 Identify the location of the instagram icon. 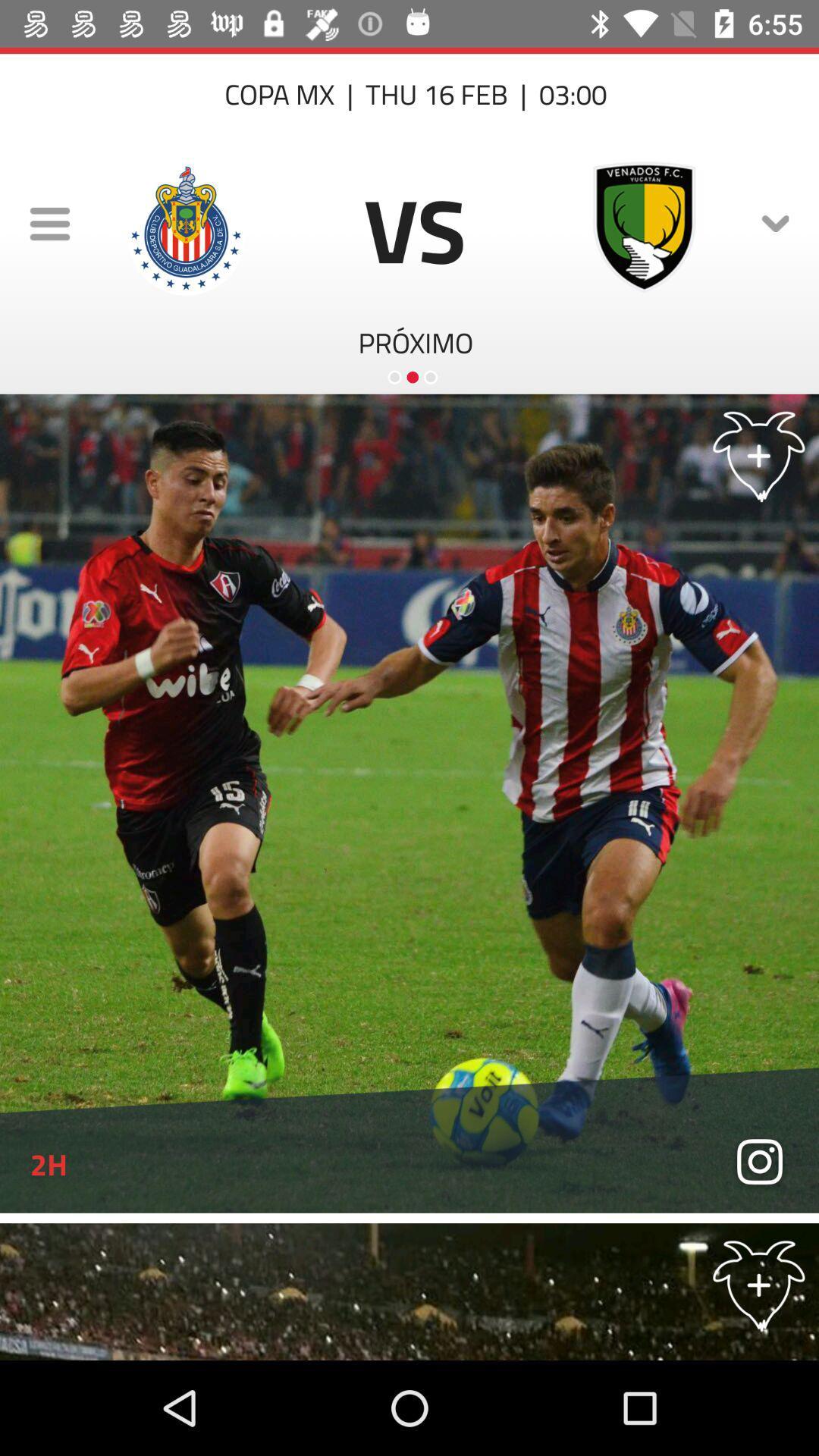
(760, 1163).